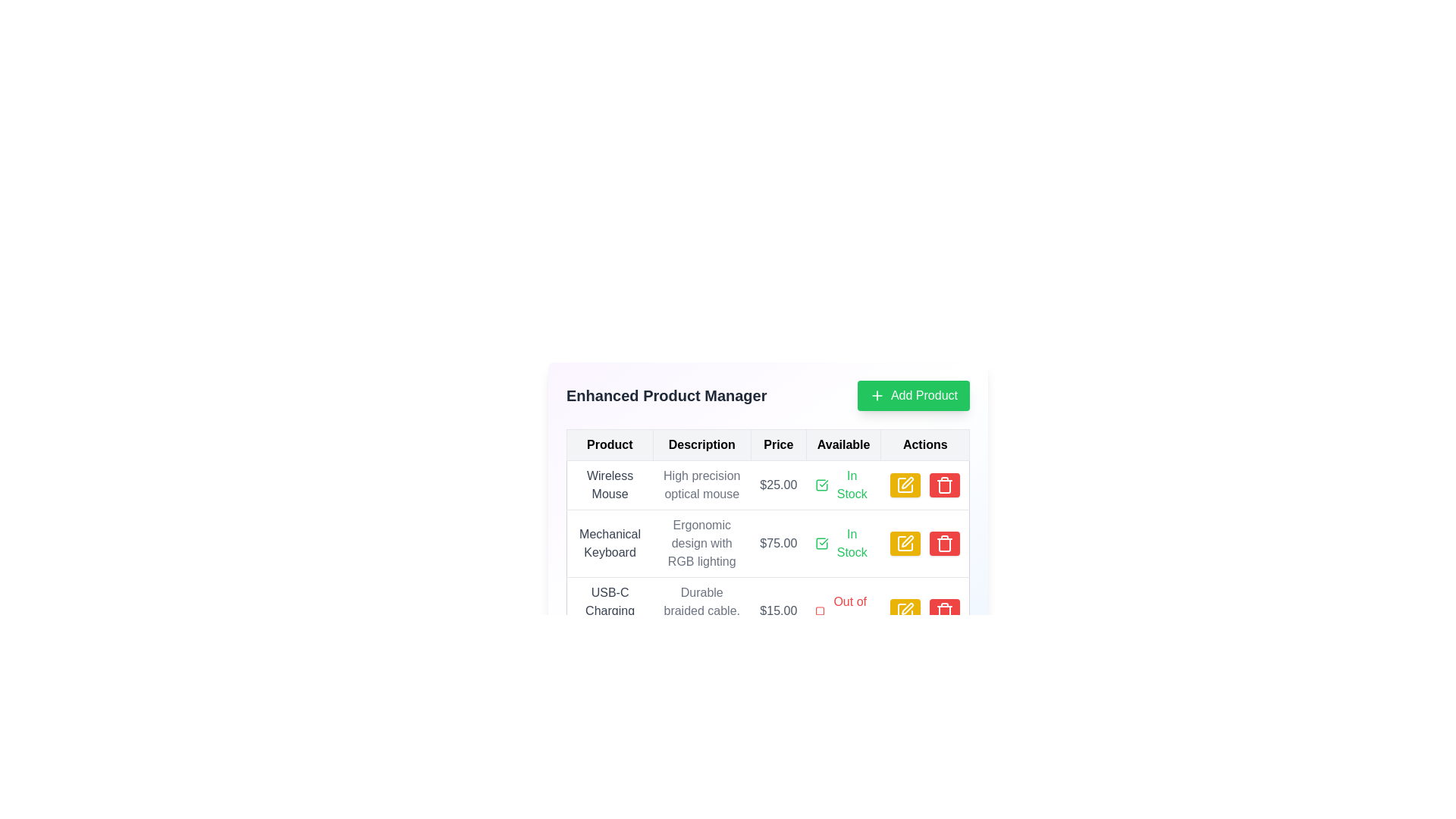  What do you see at coordinates (778, 610) in the screenshot?
I see `the static text label displaying the price of the USB-C charging cable, which is located in the last row of the product list under the 'Price' column` at bounding box center [778, 610].